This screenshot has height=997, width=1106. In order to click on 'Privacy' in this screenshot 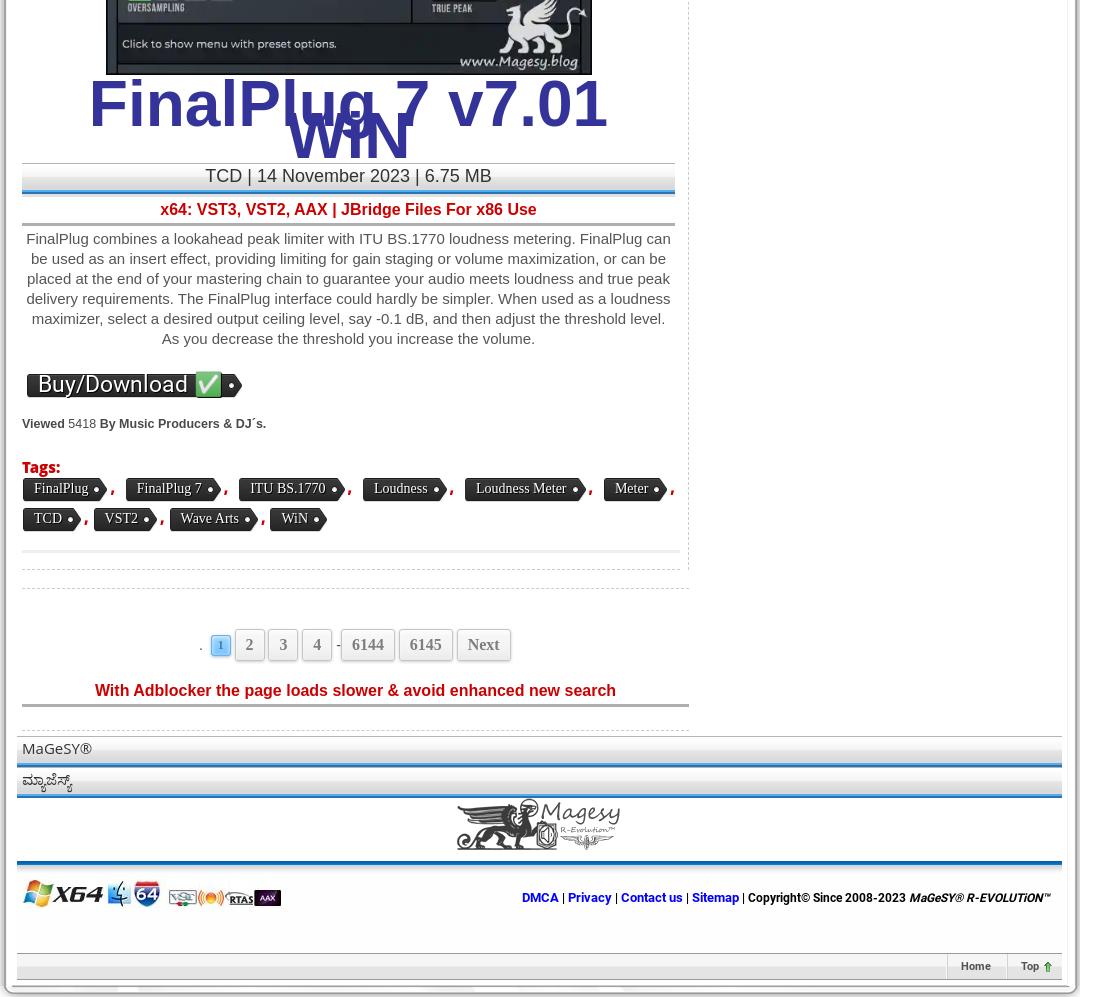, I will do `click(590, 895)`.